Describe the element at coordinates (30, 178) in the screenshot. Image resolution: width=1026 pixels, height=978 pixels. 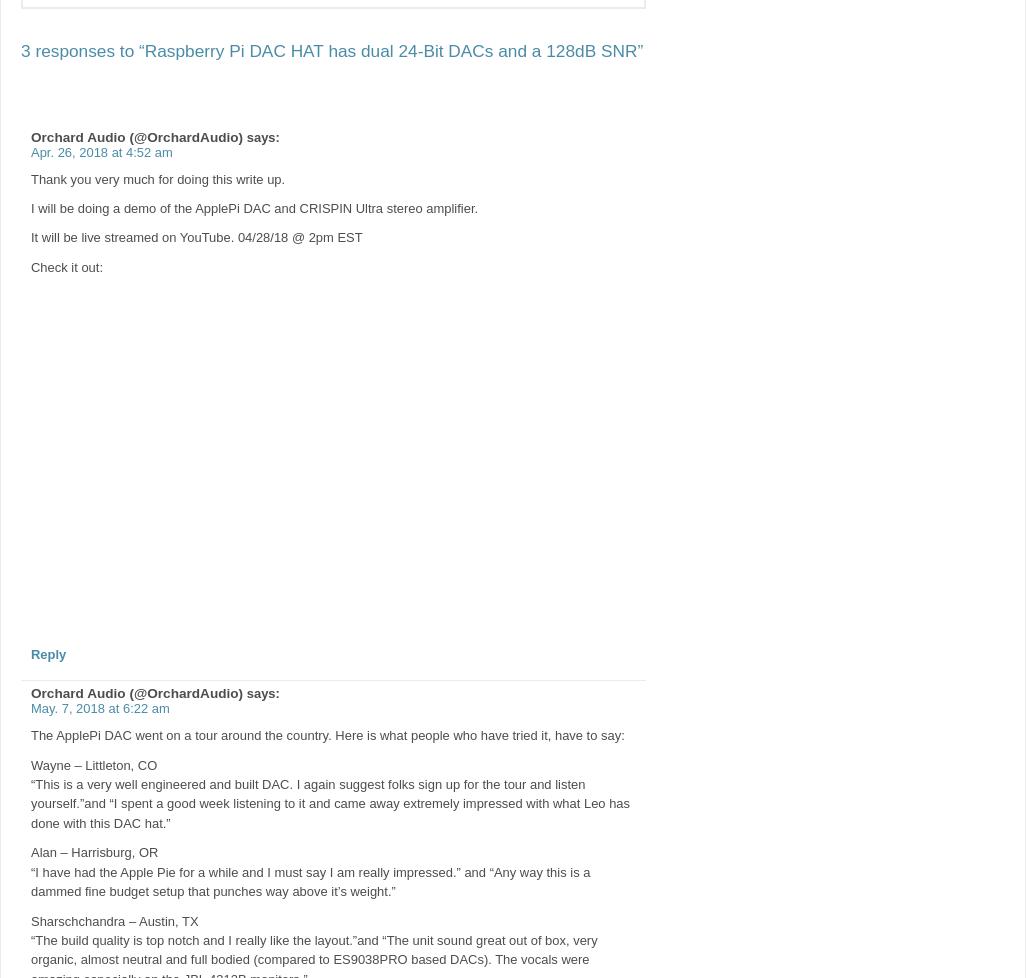
I see `'Thank you very much for doing this write up.'` at that location.